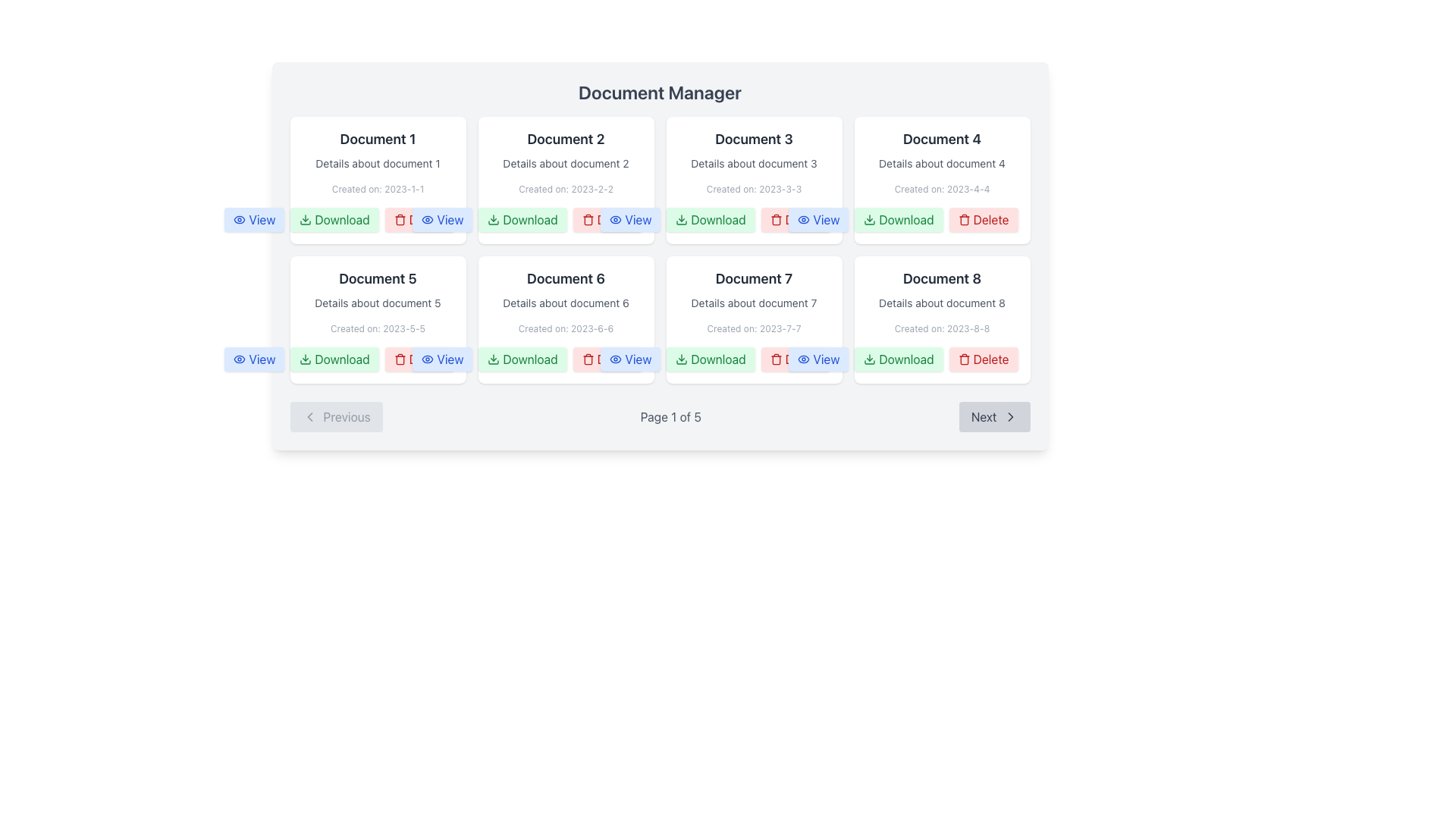 The image size is (1456, 819). Describe the element at coordinates (681, 359) in the screenshot. I see `the green downward arrow icon on the 'Download' button` at that location.